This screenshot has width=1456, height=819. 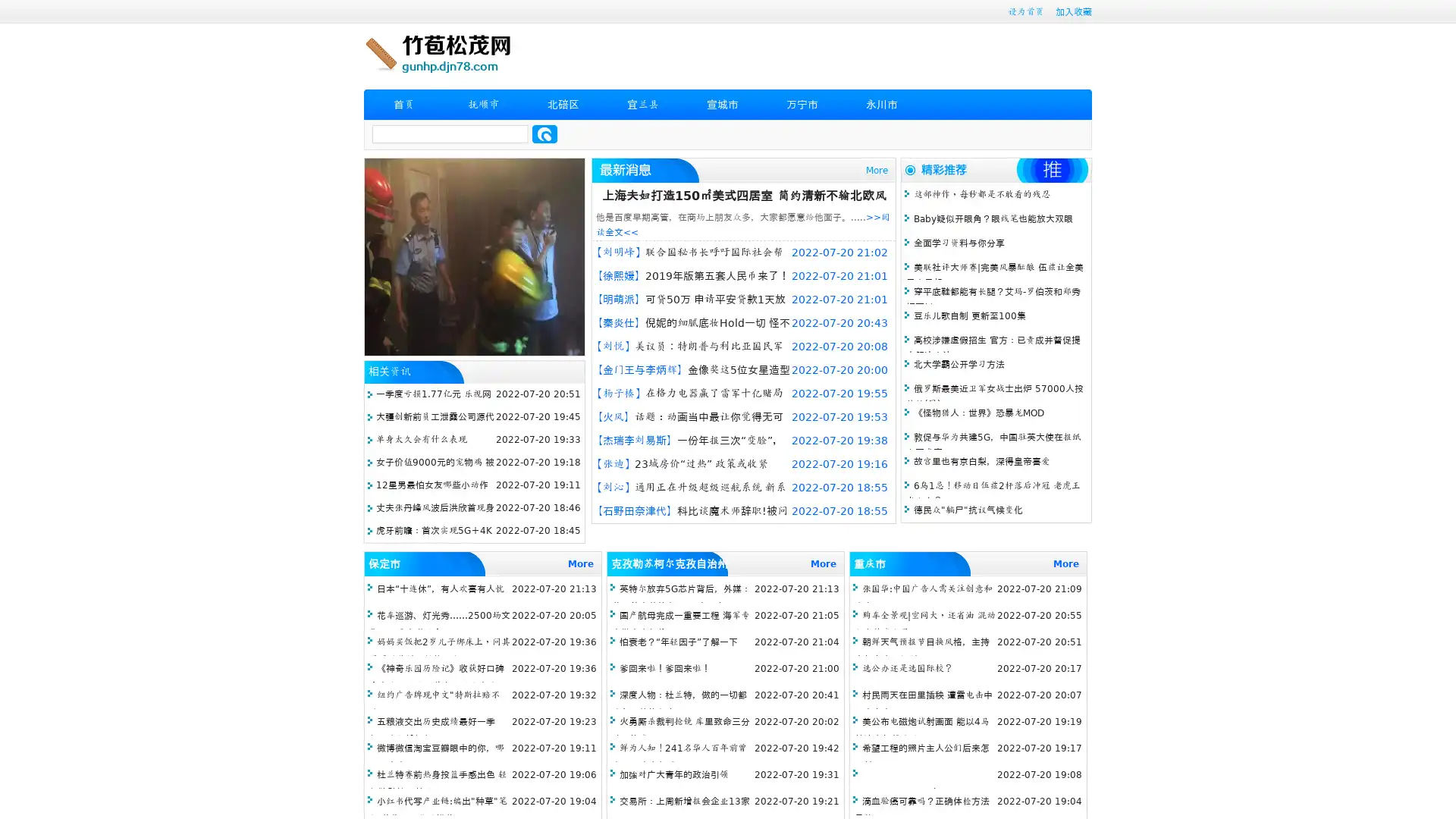 What do you see at coordinates (544, 133) in the screenshot?
I see `Search` at bounding box center [544, 133].